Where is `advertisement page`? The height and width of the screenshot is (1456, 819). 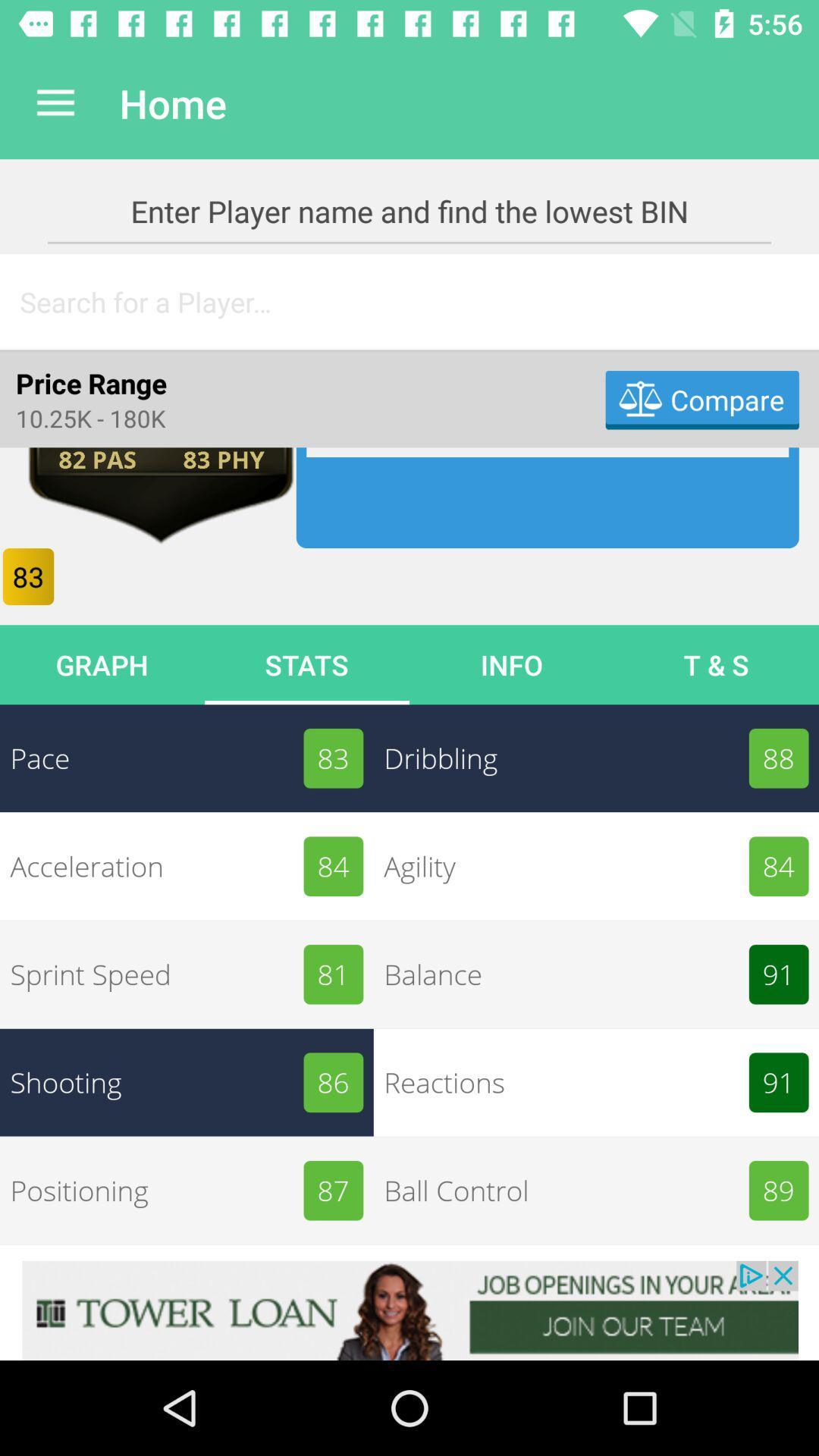
advertisement page is located at coordinates (409, 1310).